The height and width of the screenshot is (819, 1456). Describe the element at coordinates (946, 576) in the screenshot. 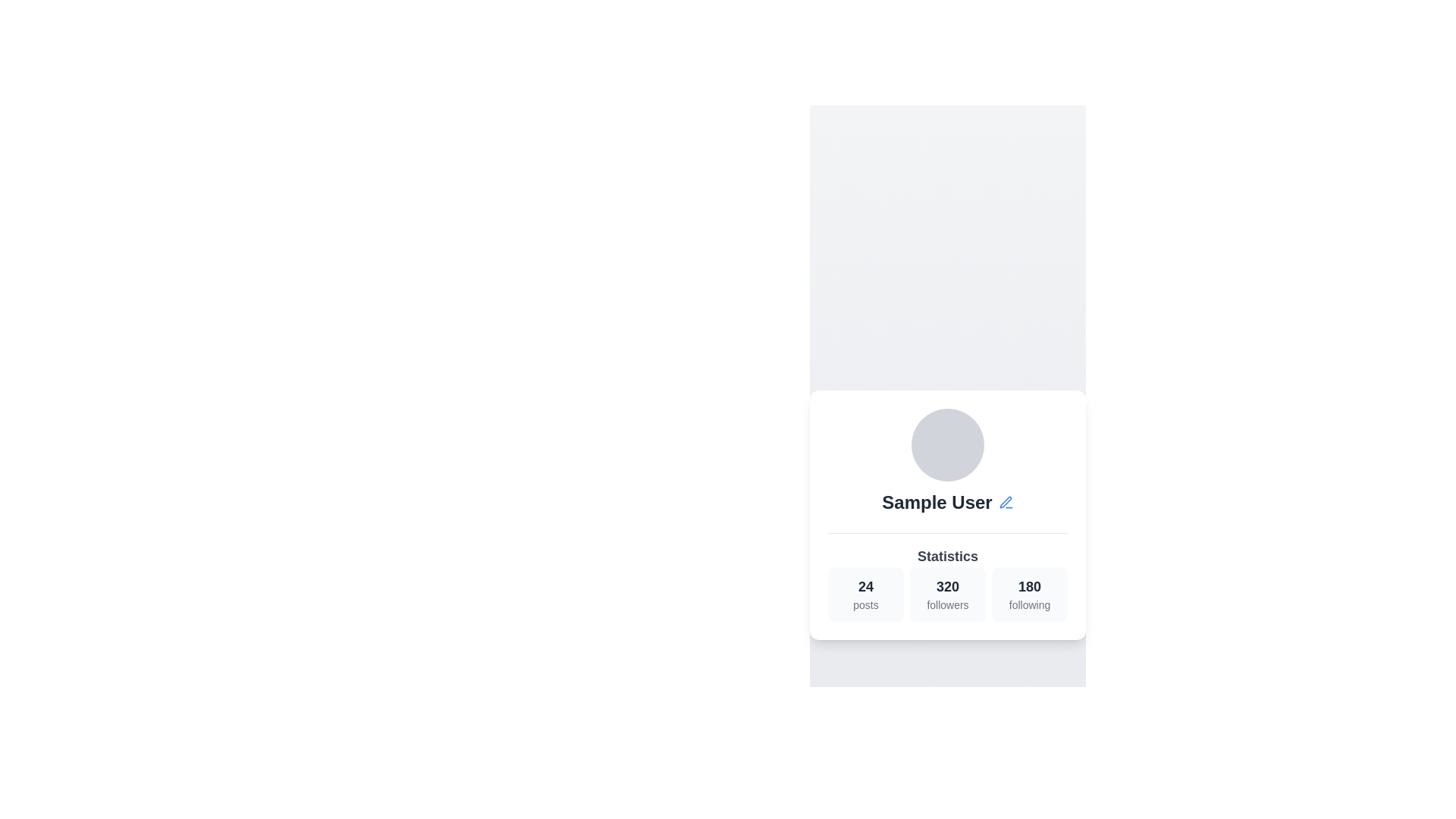

I see `the Data display grid that shows '24 posts', '320 followers', and '180 following' under the header 'Statistics' for a tooltip, if available` at that location.